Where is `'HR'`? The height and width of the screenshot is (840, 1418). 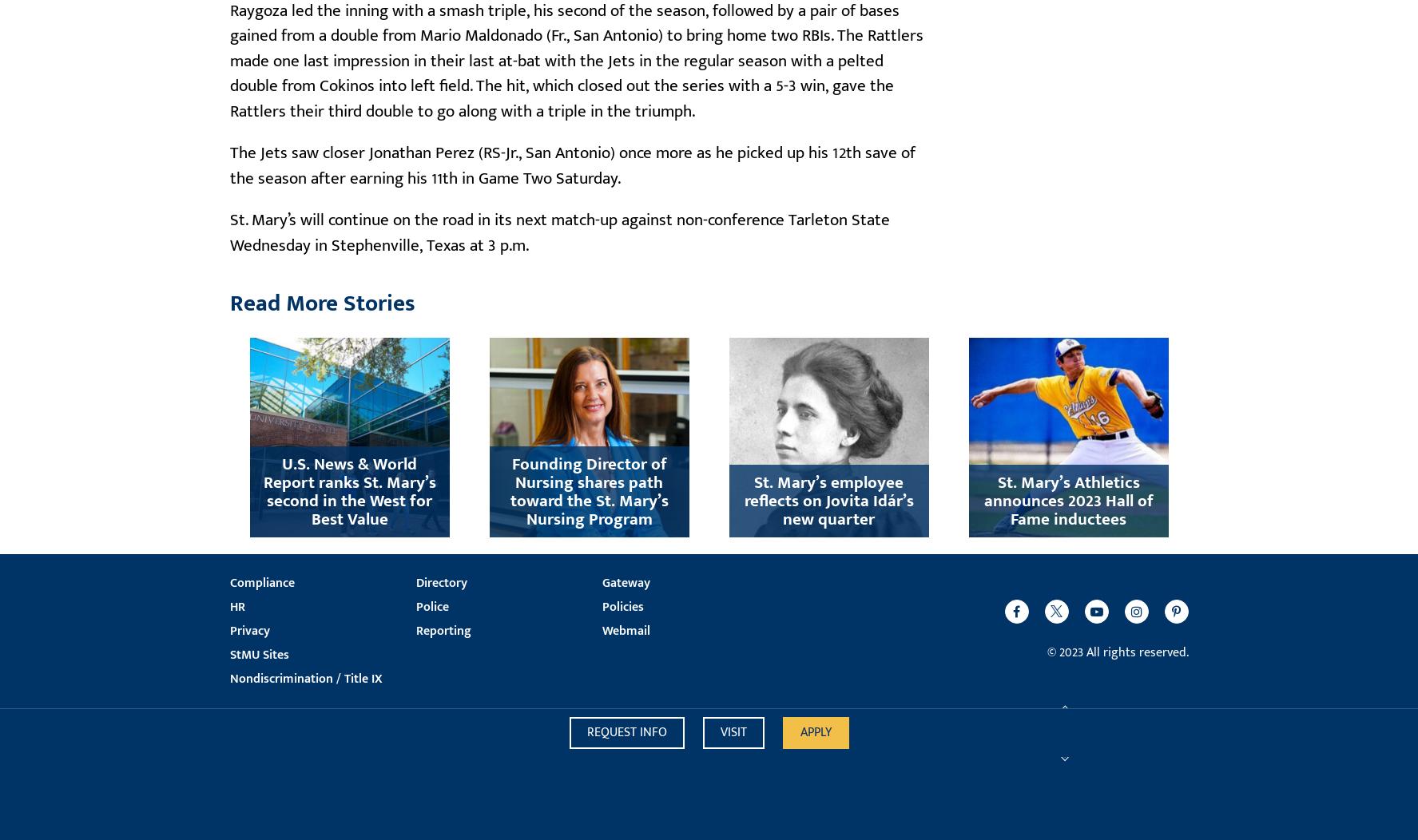 'HR' is located at coordinates (236, 605).